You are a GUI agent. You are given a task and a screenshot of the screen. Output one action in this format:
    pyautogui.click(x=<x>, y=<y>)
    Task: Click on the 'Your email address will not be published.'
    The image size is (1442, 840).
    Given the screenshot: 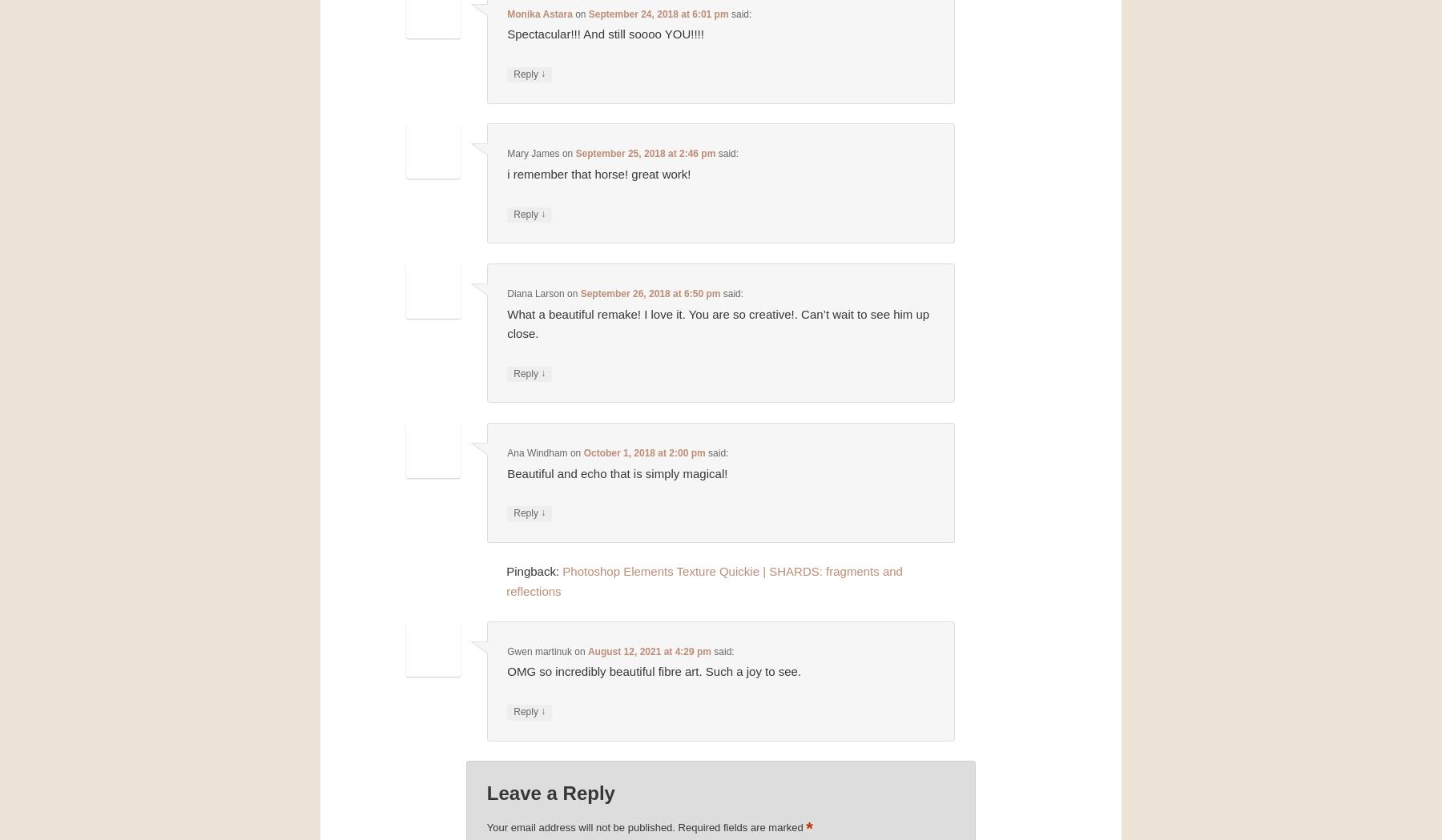 What is the action you would take?
    pyautogui.click(x=579, y=826)
    